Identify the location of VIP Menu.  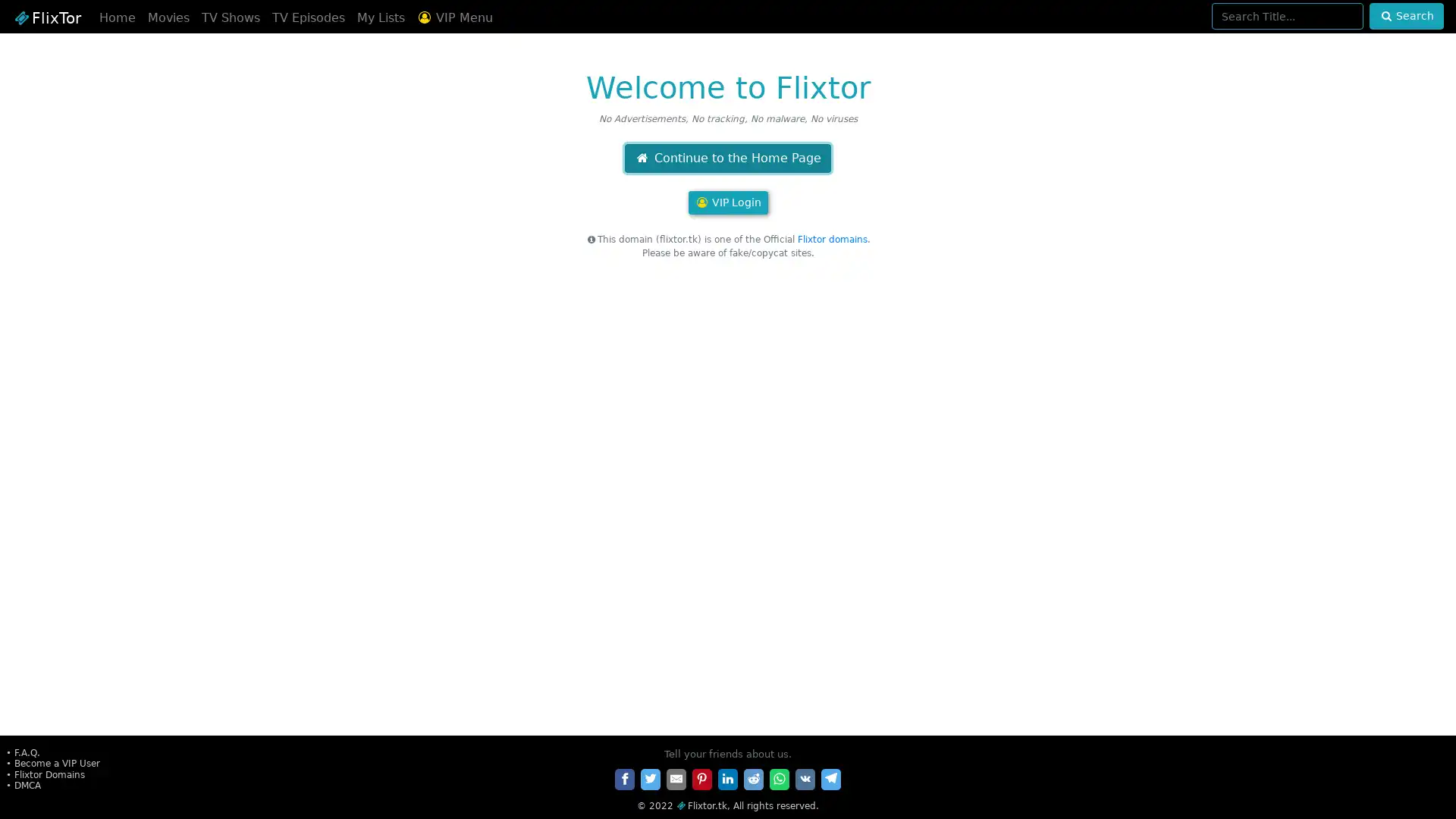
(453, 17).